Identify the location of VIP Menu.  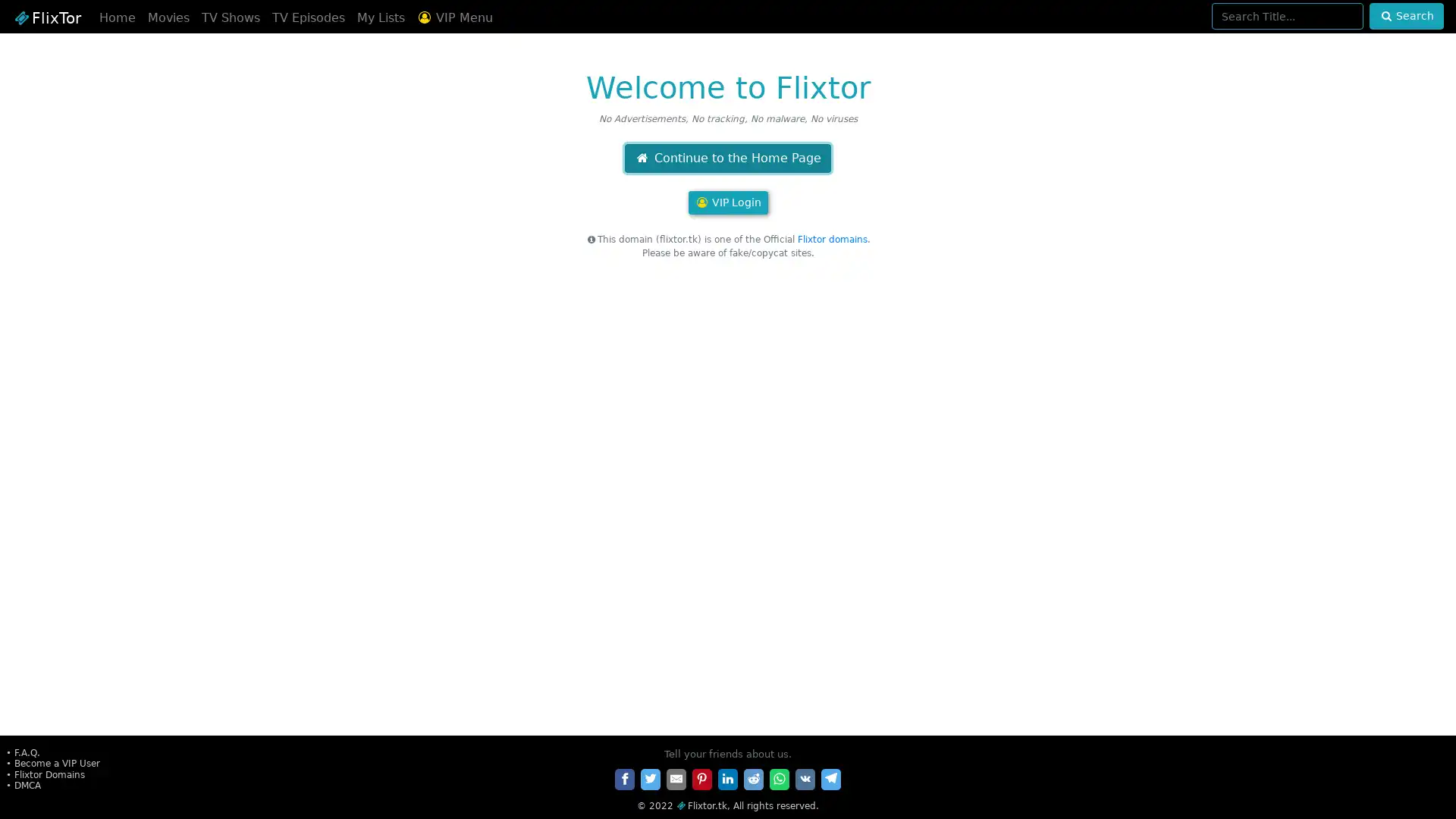
(453, 17).